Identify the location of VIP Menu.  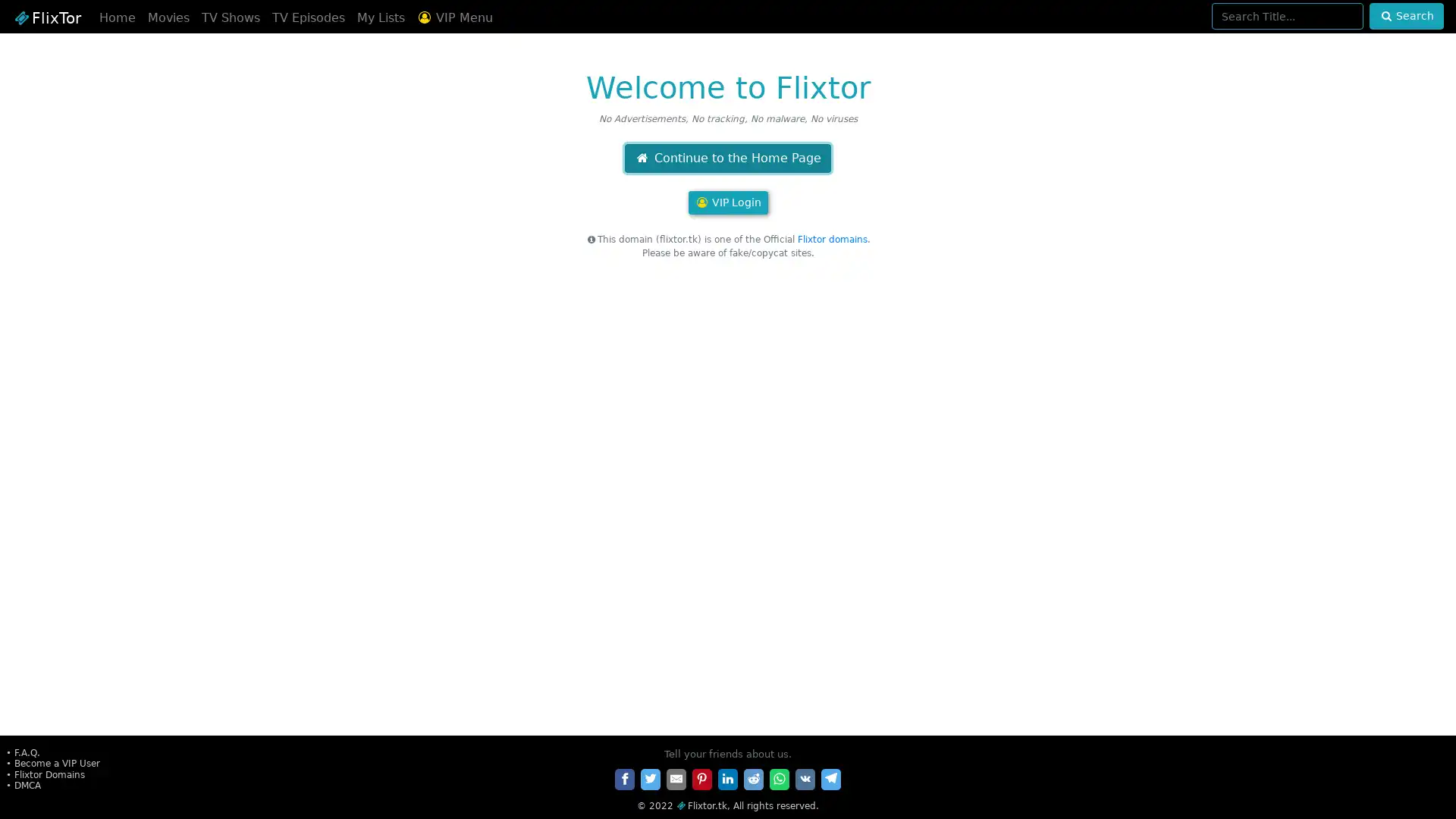
(453, 17).